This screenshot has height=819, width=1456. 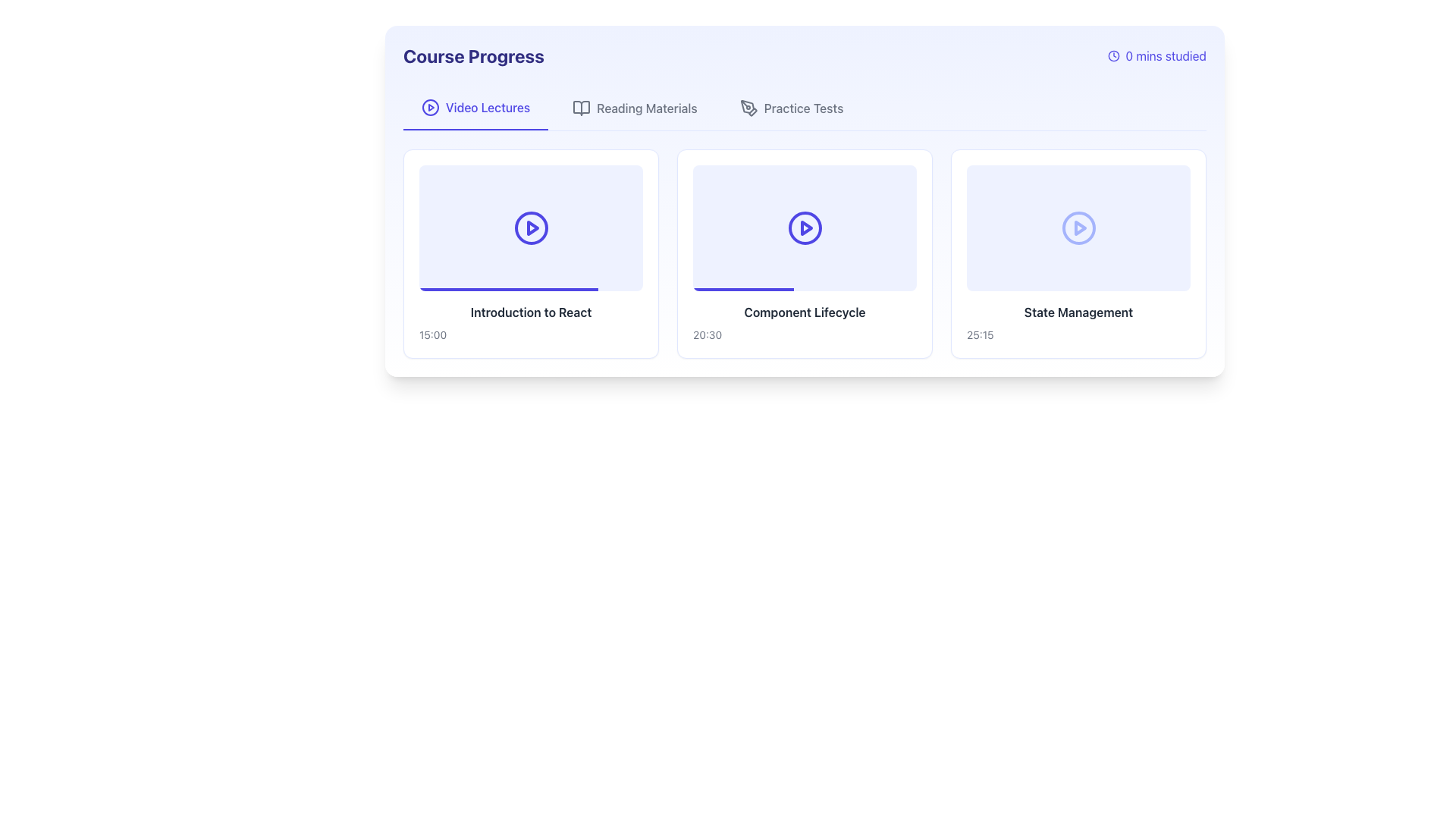 I want to click on text indicating the duration of the video located at the bottom center of the second video card in the layout of educational video resources, so click(x=707, y=334).